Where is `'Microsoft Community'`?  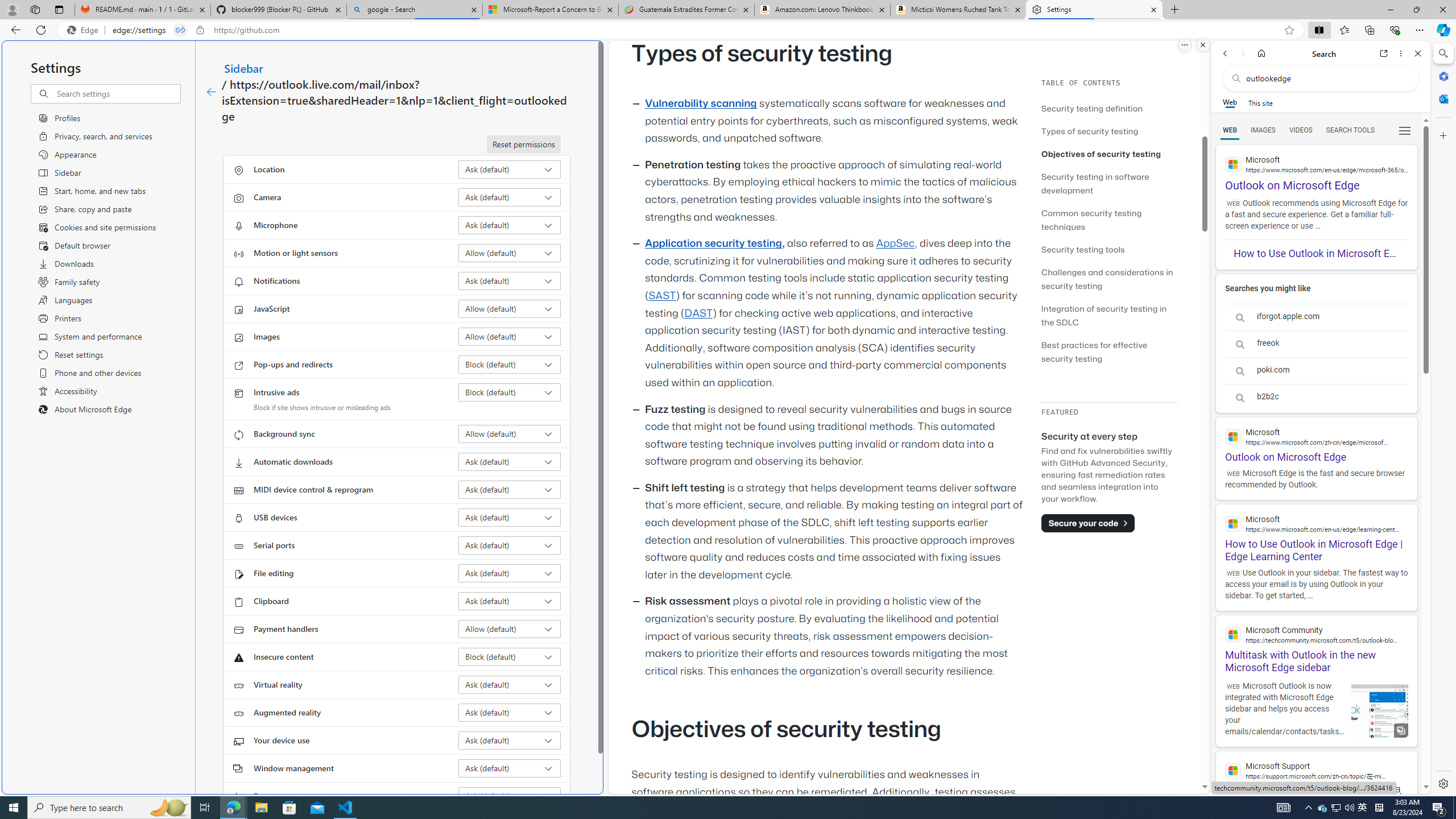 'Microsoft Community' is located at coordinates (1316, 634).